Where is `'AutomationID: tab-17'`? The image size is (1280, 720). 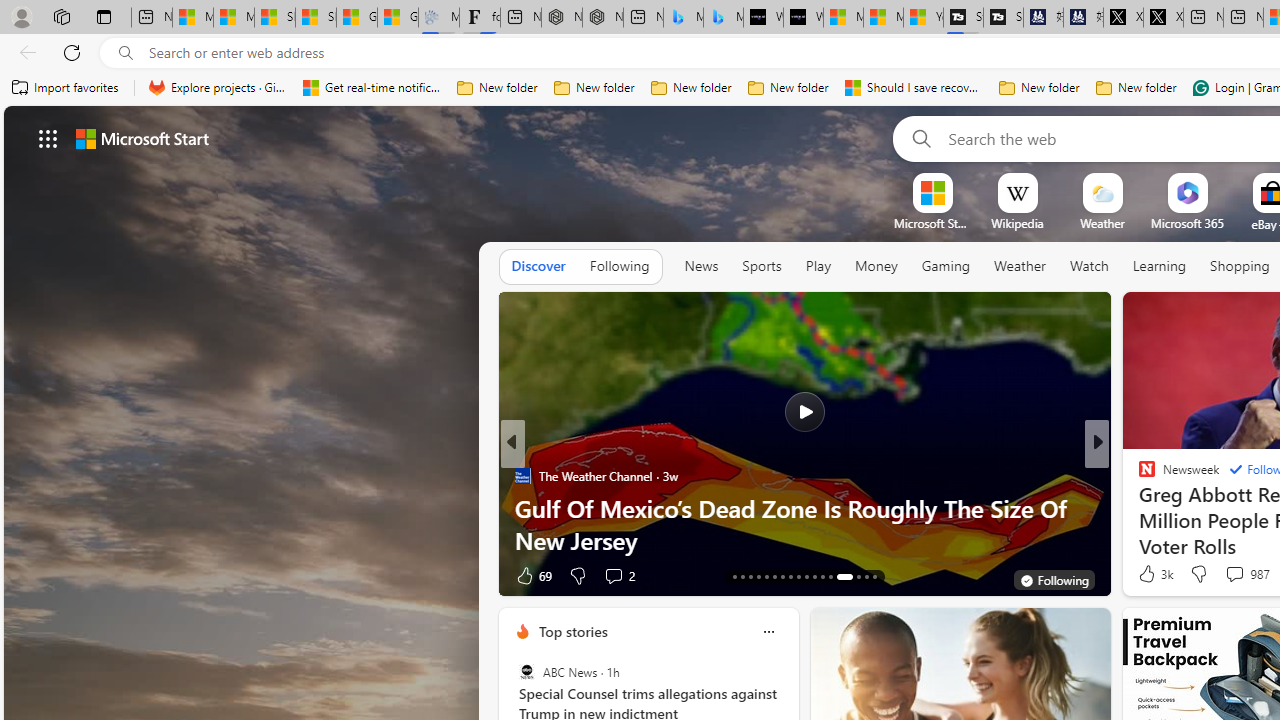
'AutomationID: tab-17' is located at coordinates (765, 577).